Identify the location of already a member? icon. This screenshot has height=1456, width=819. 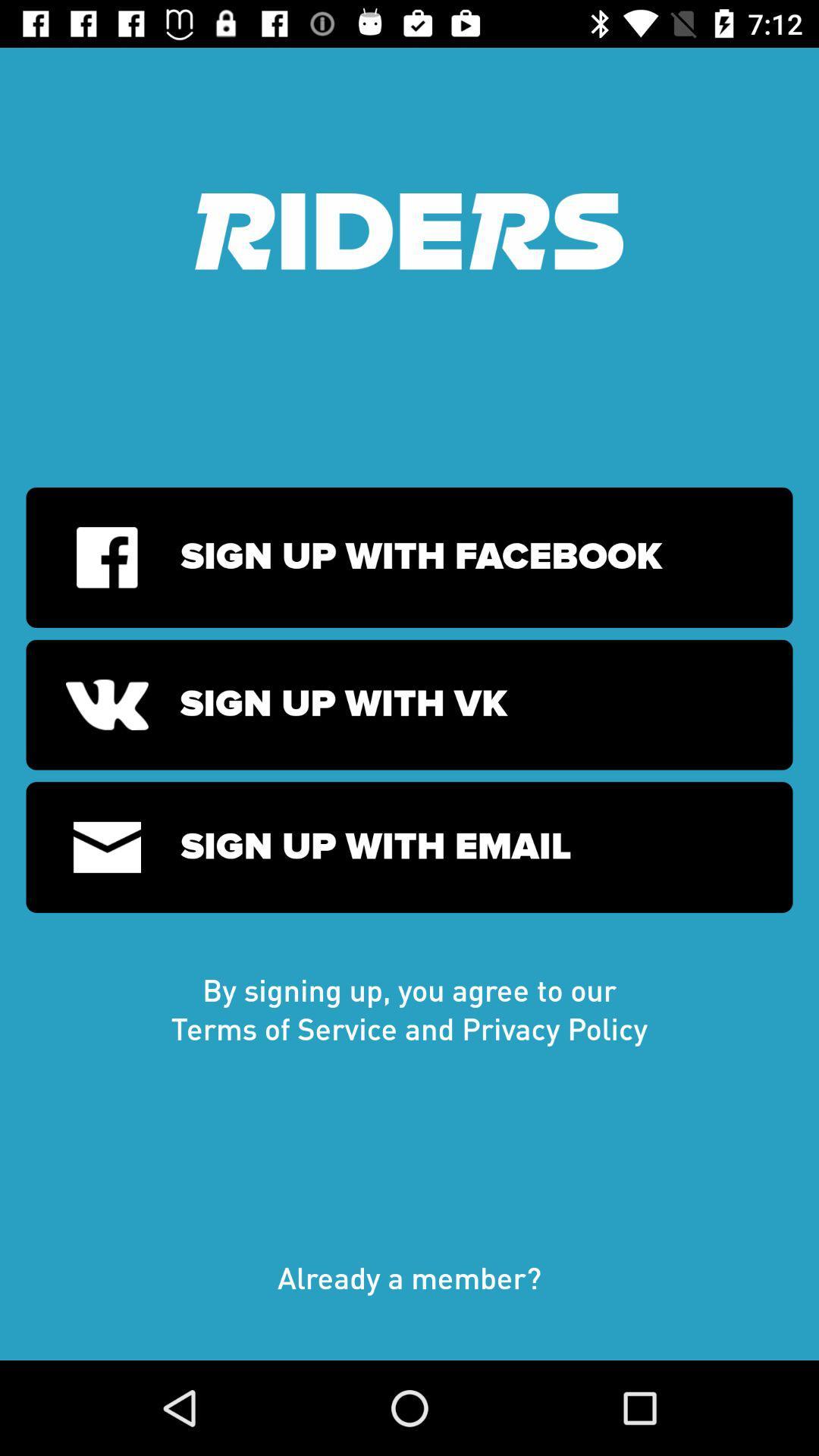
(409, 1292).